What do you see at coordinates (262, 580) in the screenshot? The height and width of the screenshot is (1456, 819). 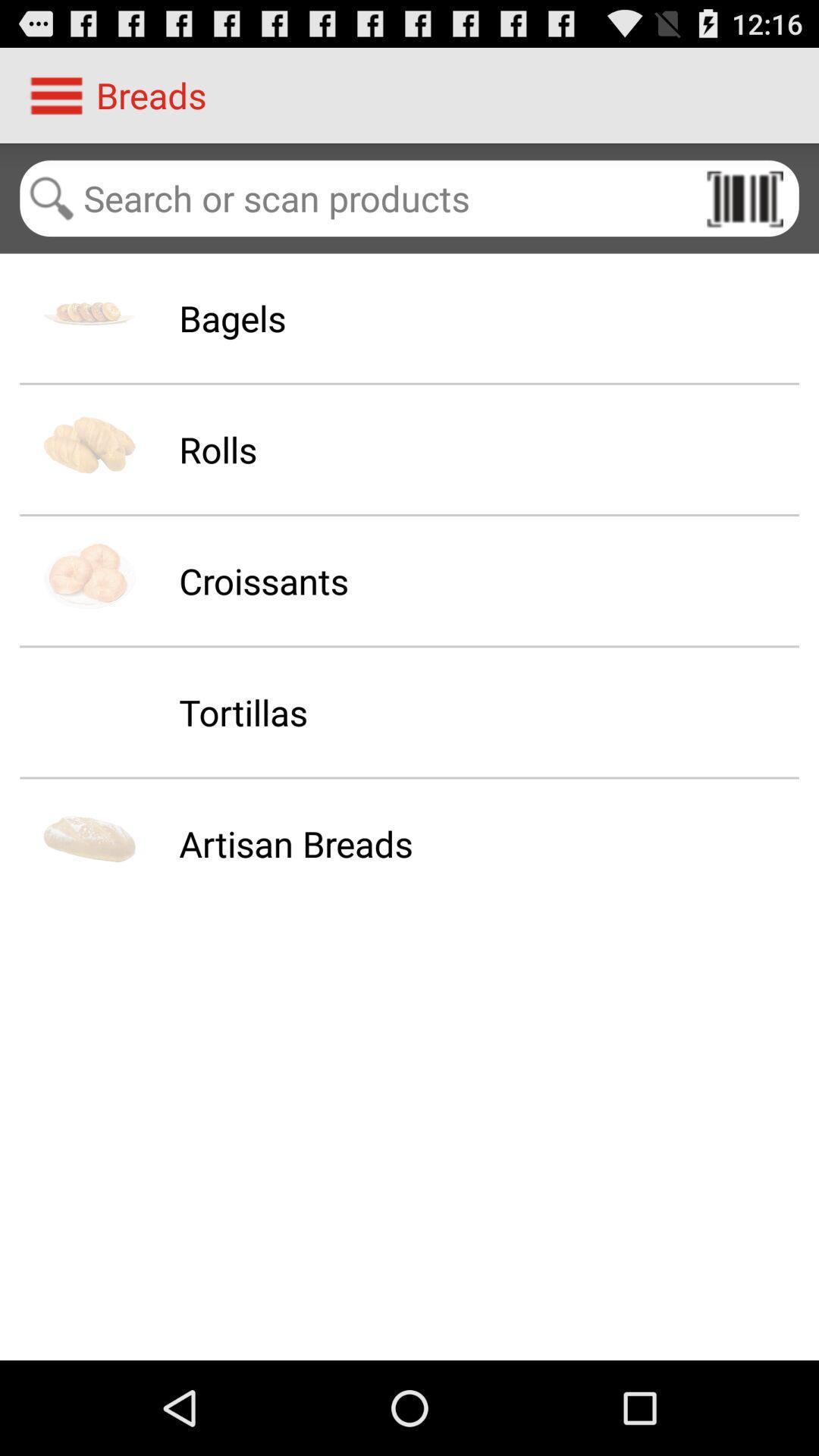 I see `croissants icon` at bounding box center [262, 580].